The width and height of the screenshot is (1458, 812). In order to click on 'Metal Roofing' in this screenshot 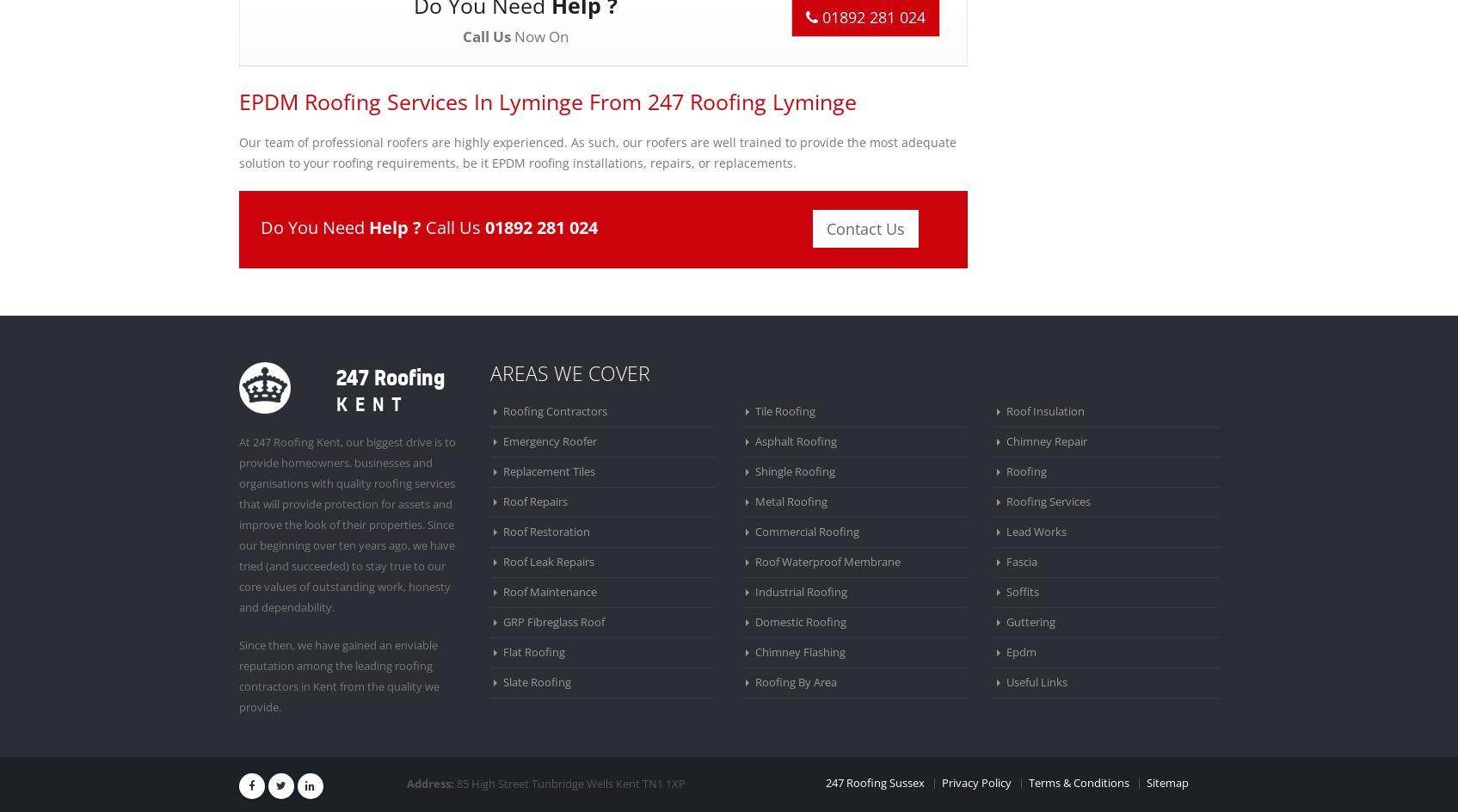, I will do `click(791, 500)`.